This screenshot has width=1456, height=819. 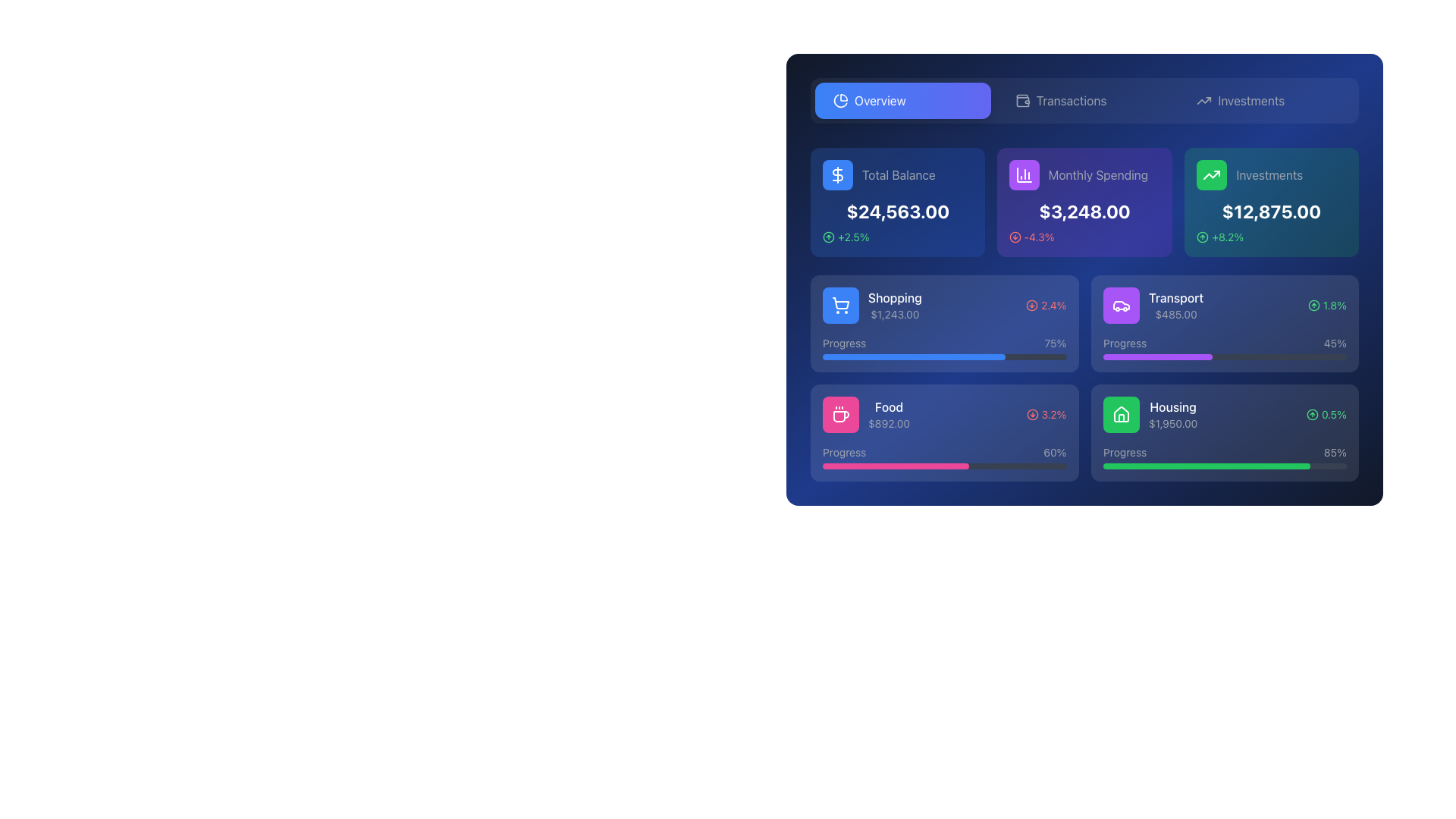 I want to click on the Text Label located at the top of the 'Food' card in the second row of the grid layout, so click(x=889, y=406).